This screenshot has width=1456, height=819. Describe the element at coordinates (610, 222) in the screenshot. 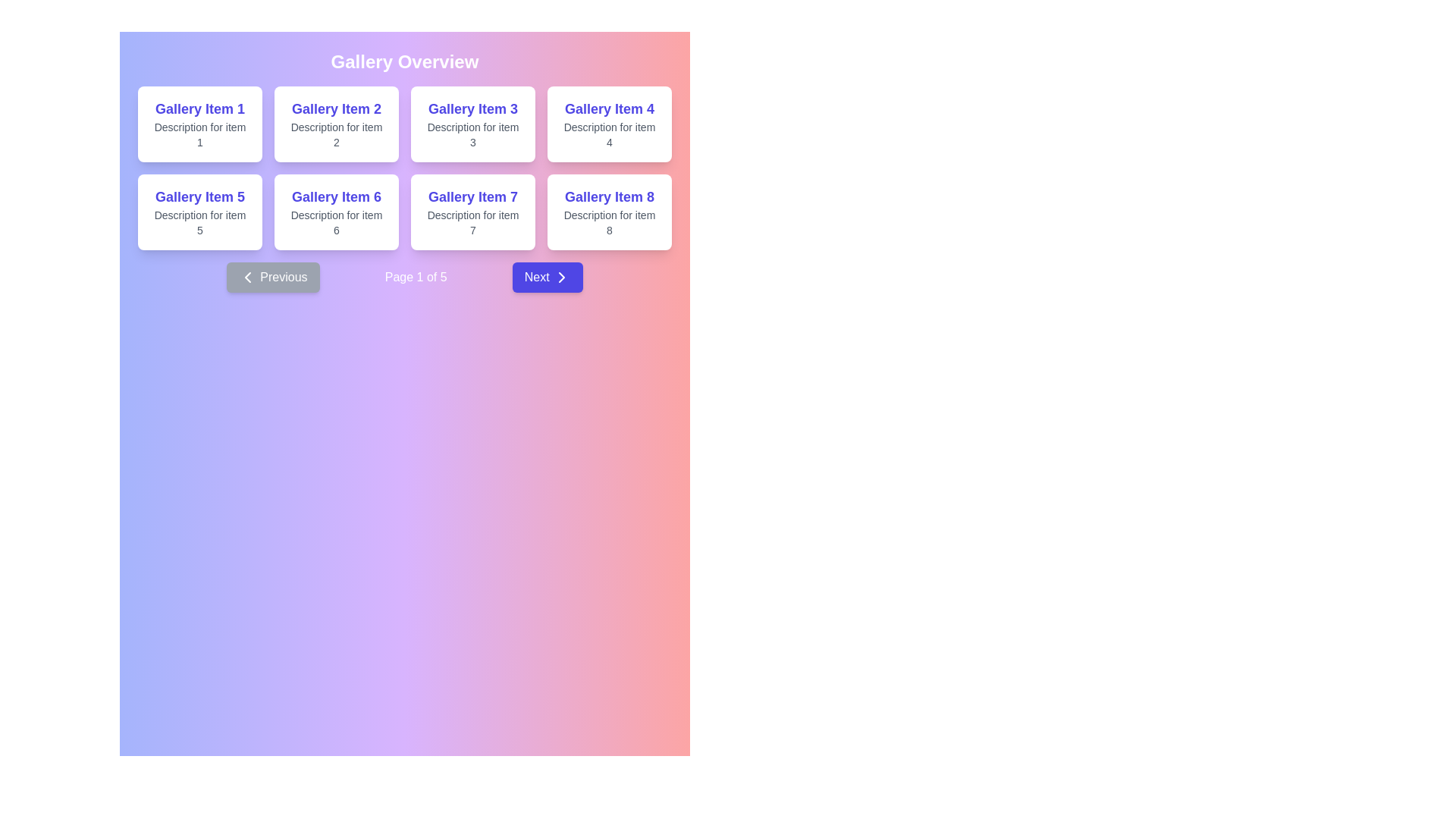

I see `the Text label that provides a descriptive summary for the gallery item located at the bottom center of the card labeled 'Gallery Item 8', which is the fourth card in the second row on the rightmost side of the layout` at that location.